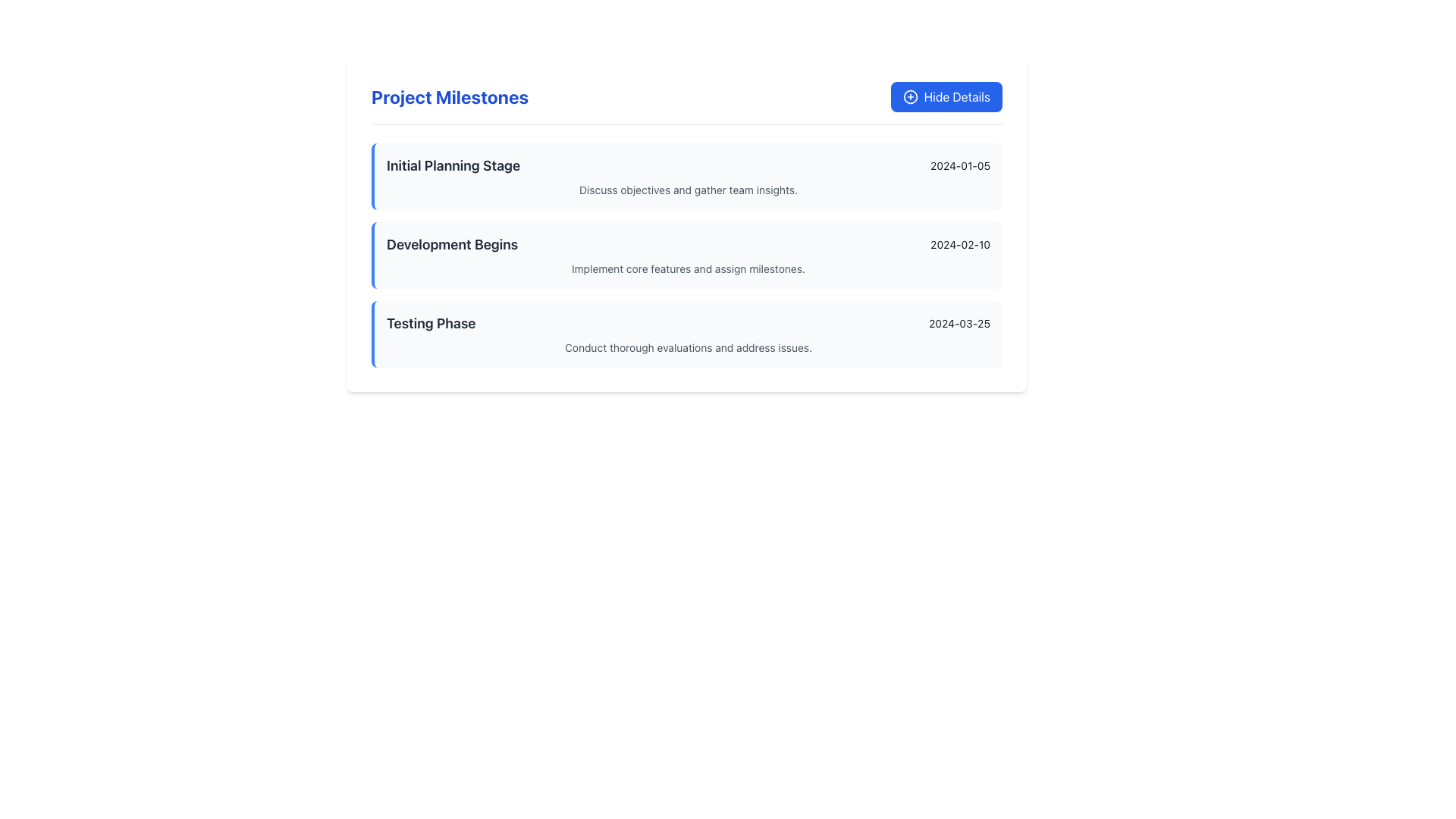  Describe the element at coordinates (687, 348) in the screenshot. I see `text label that describes the task: 'Conduct thorough evaluations and address issues.' located in the 'Testing Phase' milestone section beneath the heading and date` at that location.